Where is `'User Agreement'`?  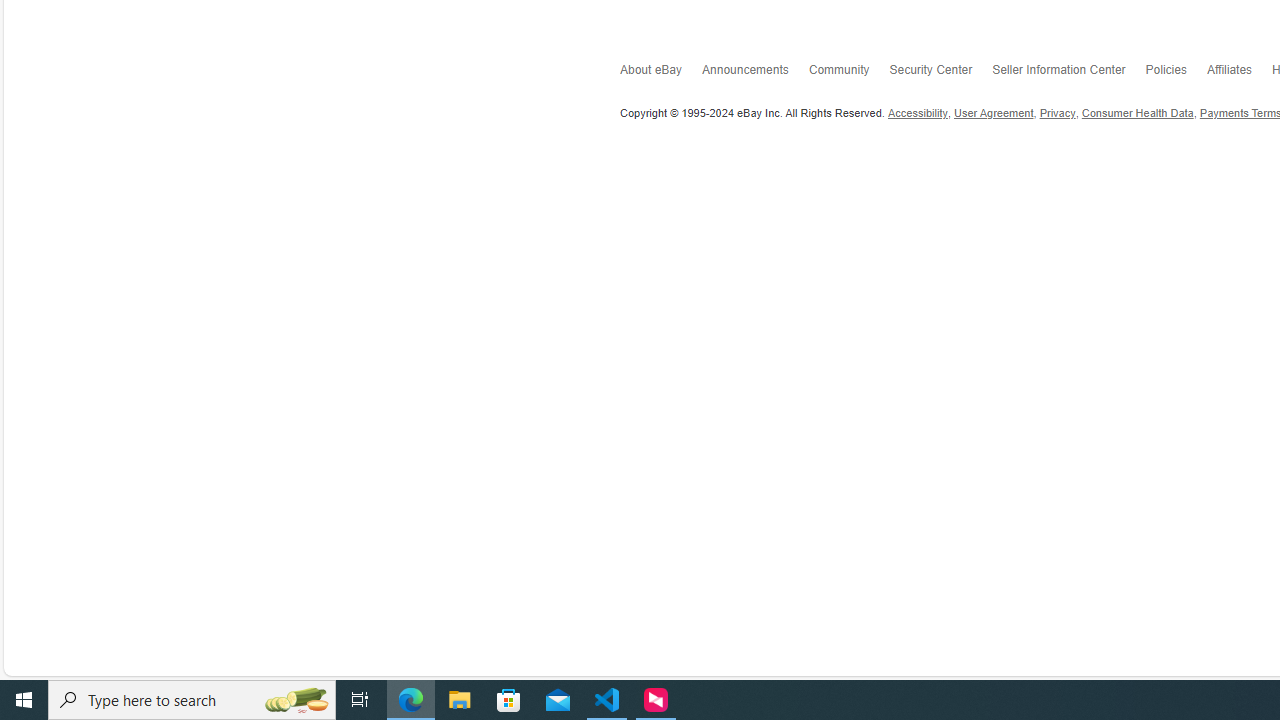
'User Agreement' is located at coordinates (993, 113).